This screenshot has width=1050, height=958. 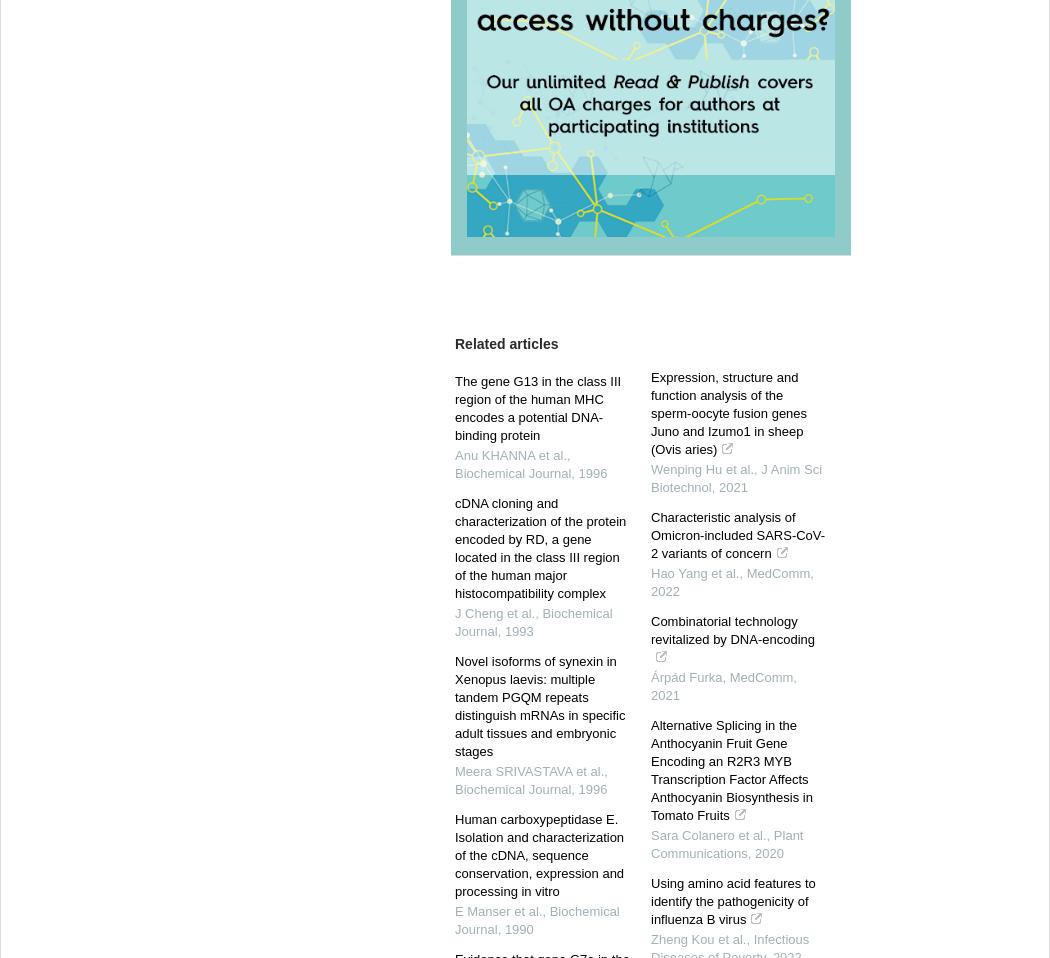 What do you see at coordinates (517, 929) in the screenshot?
I see `'1990'` at bounding box center [517, 929].